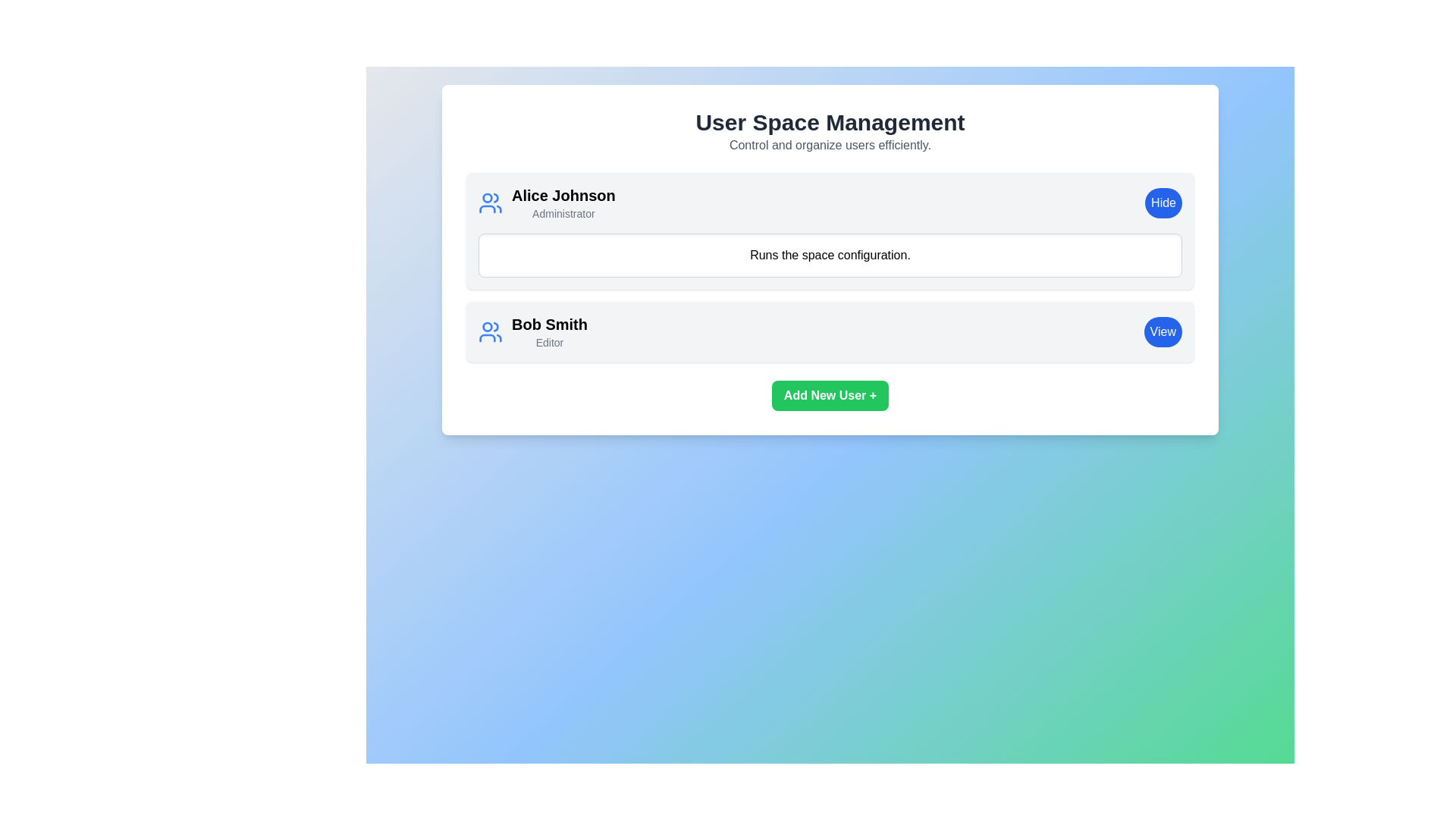  I want to click on the vector graphic element that represents a portion of the user group icon located in the top-left corner of the 'Alice Johnson' card, so click(488, 337).